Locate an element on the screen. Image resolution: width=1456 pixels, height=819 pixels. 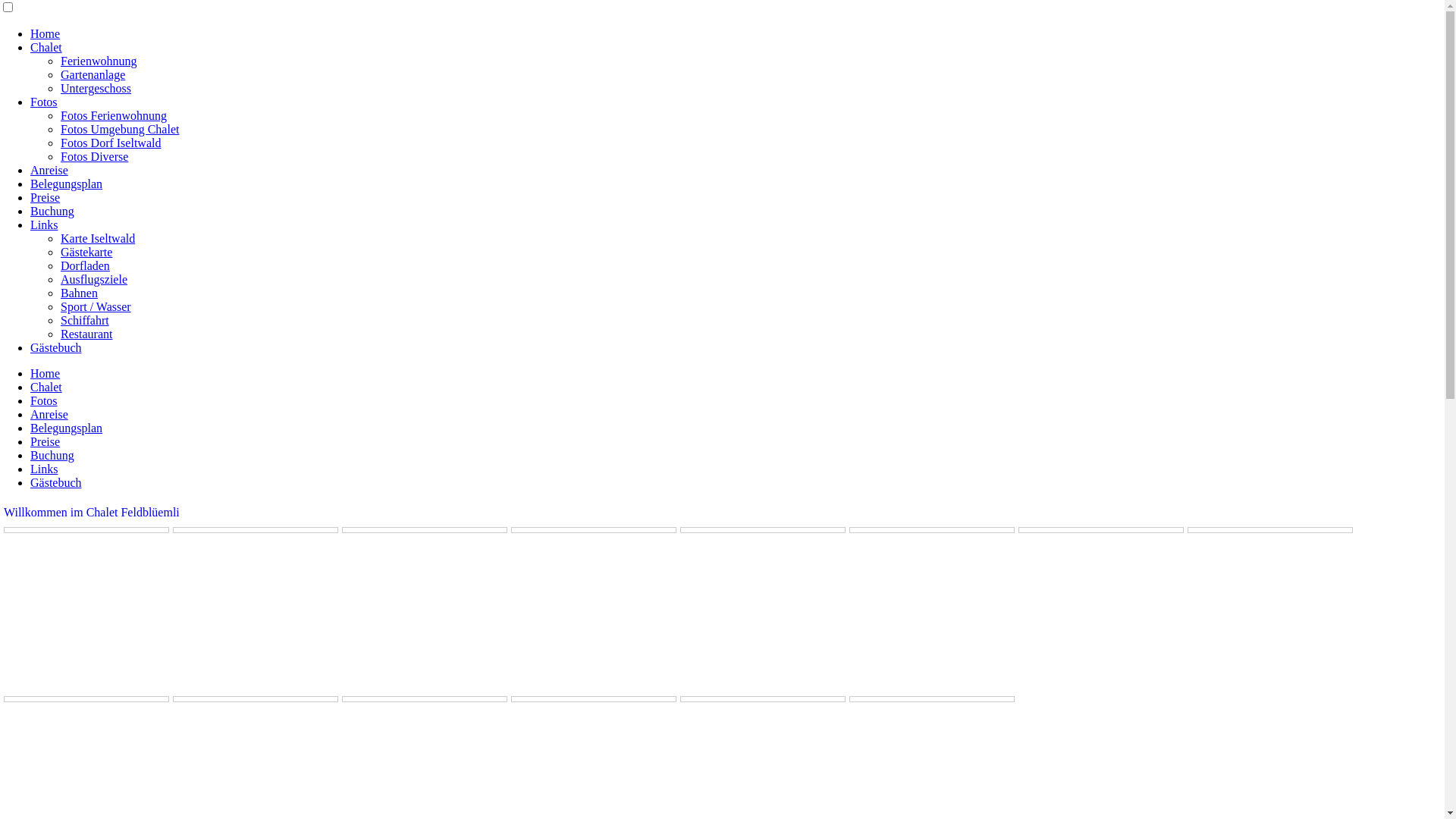
'Restaurant' is located at coordinates (61, 333).